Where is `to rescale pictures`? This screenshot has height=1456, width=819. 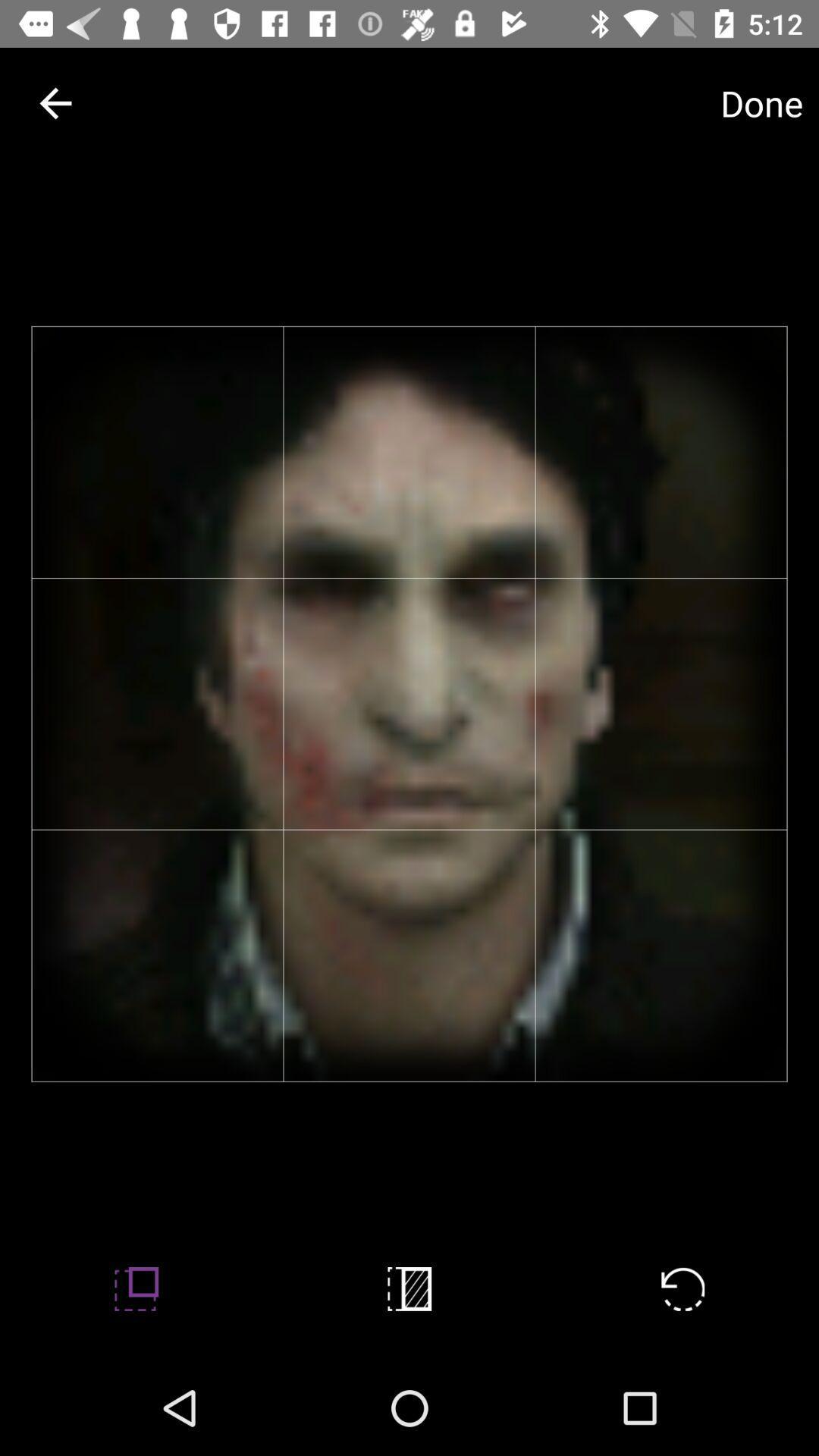 to rescale pictures is located at coordinates (136, 1288).